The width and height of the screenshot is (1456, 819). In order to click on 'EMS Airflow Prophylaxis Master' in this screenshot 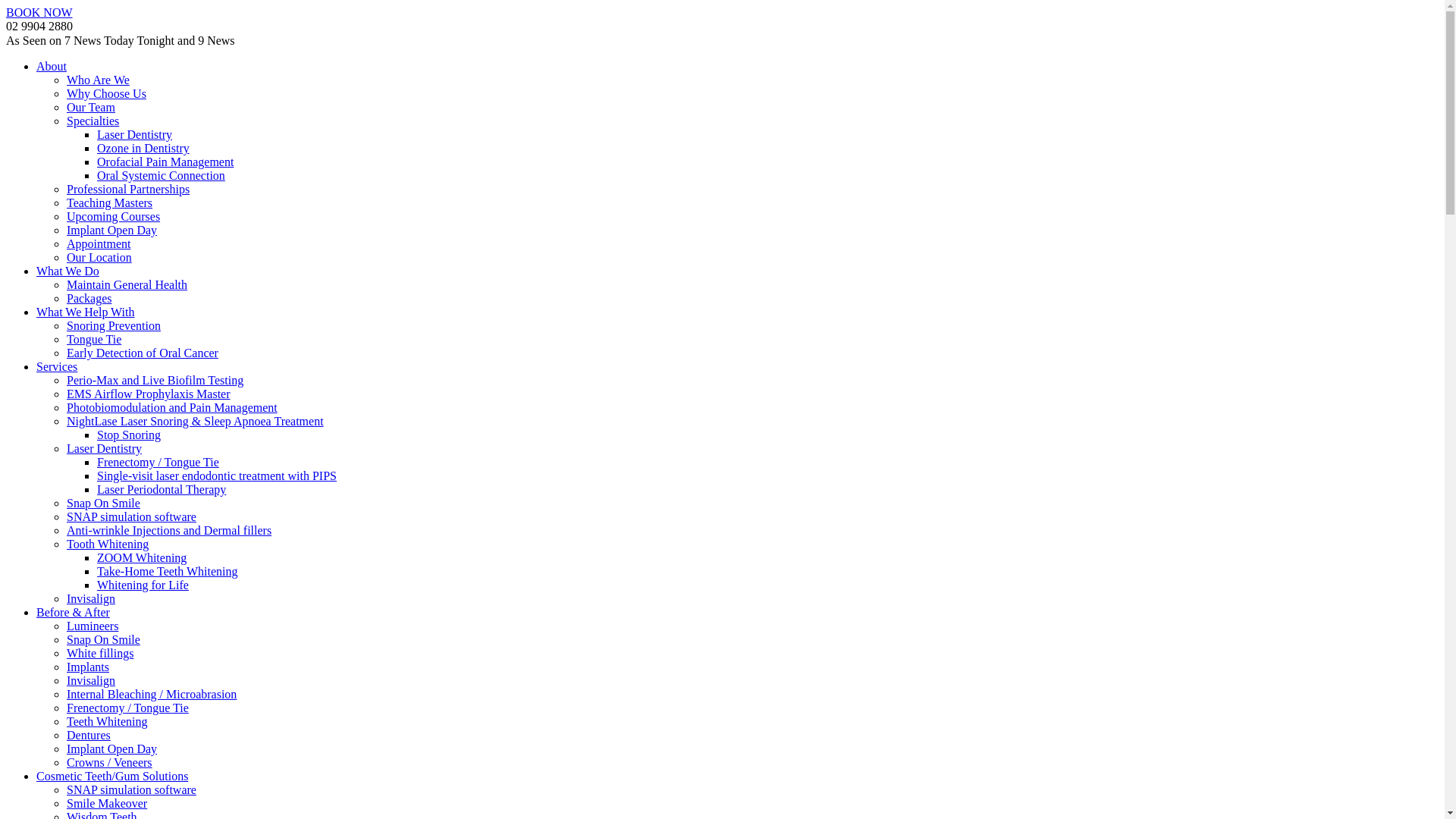, I will do `click(149, 393)`.